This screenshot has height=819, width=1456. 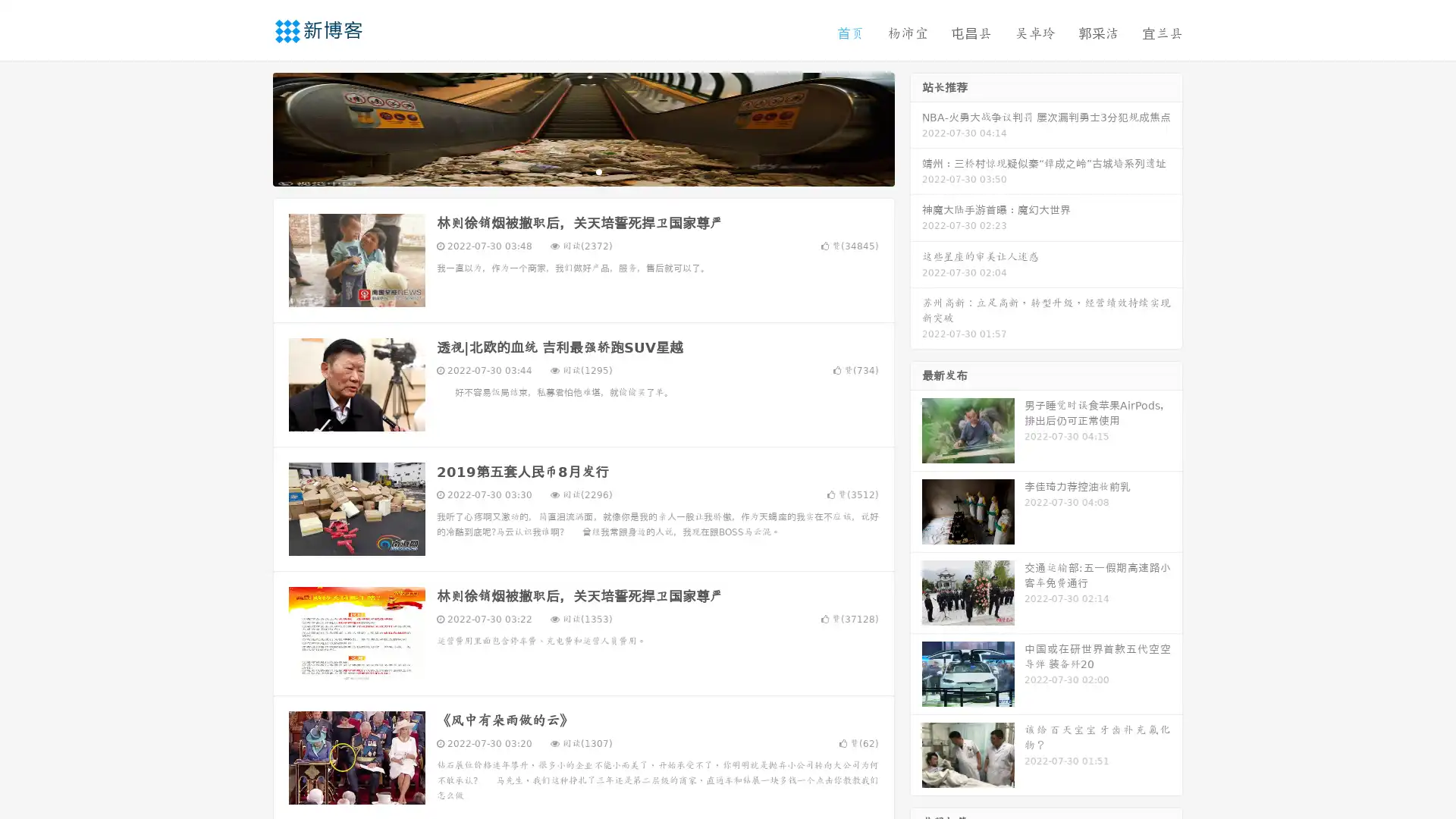 I want to click on Go to slide 1, so click(x=567, y=171).